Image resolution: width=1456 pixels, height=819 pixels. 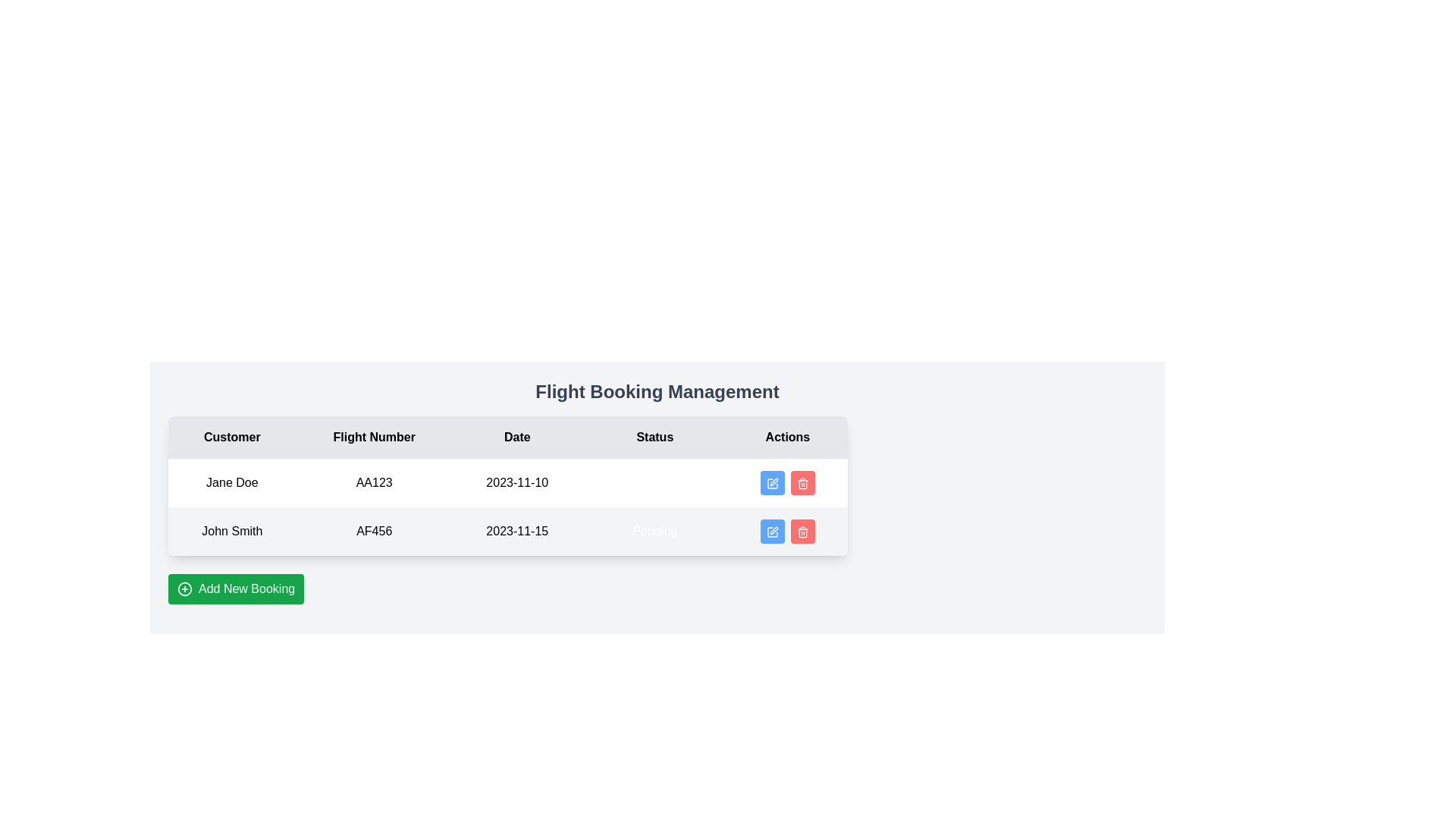 What do you see at coordinates (802, 483) in the screenshot?
I see `the delete icon located in the 'Actions' column of the table for the entry related to 'Jane Doe', positioned to the right of the blue edit icon` at bounding box center [802, 483].